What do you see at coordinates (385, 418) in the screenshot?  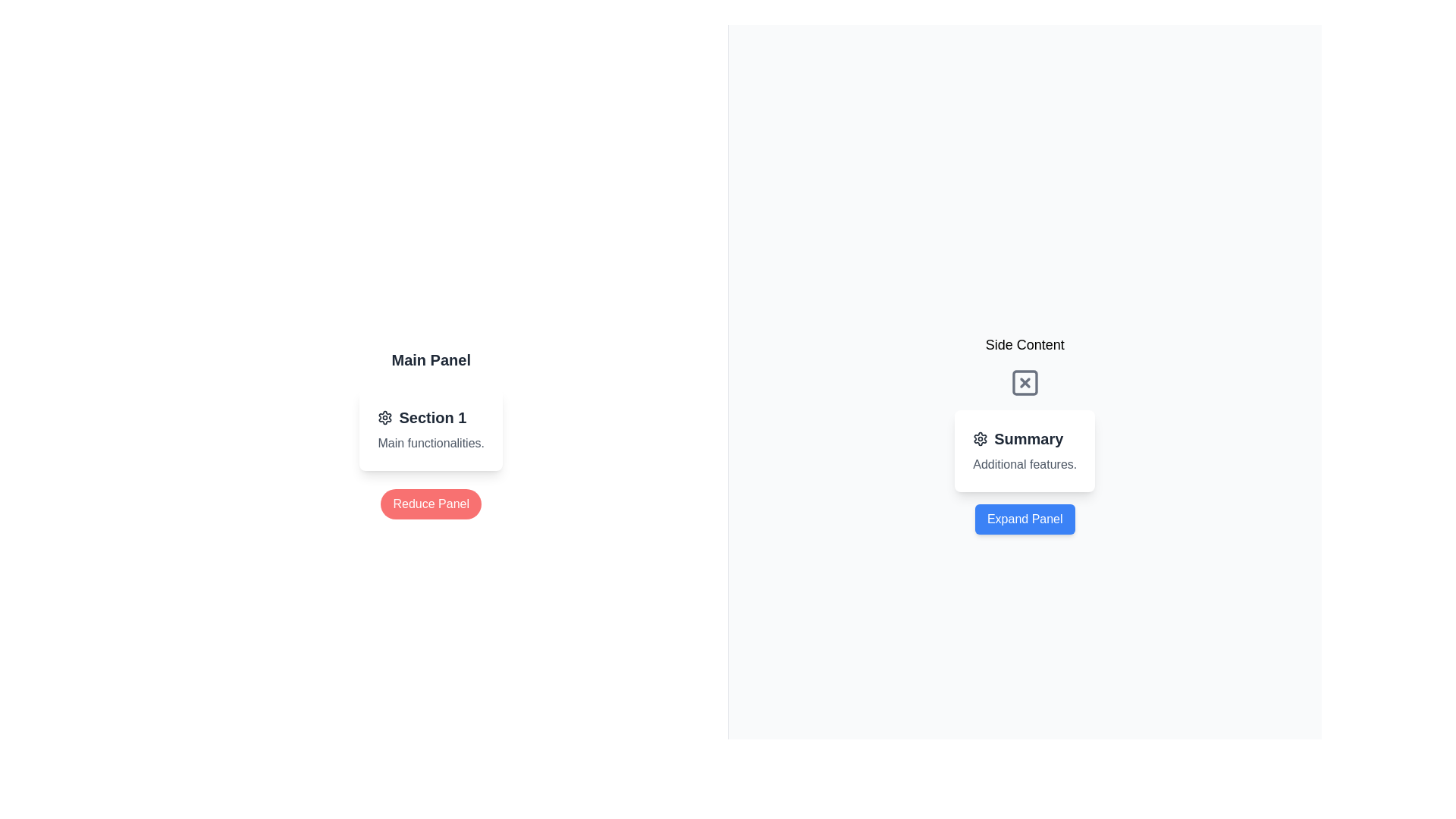 I see `the gear-like icon that symbolizes settings, located to the left of the 'Section 1' label in the 'Main Panel' area` at bounding box center [385, 418].